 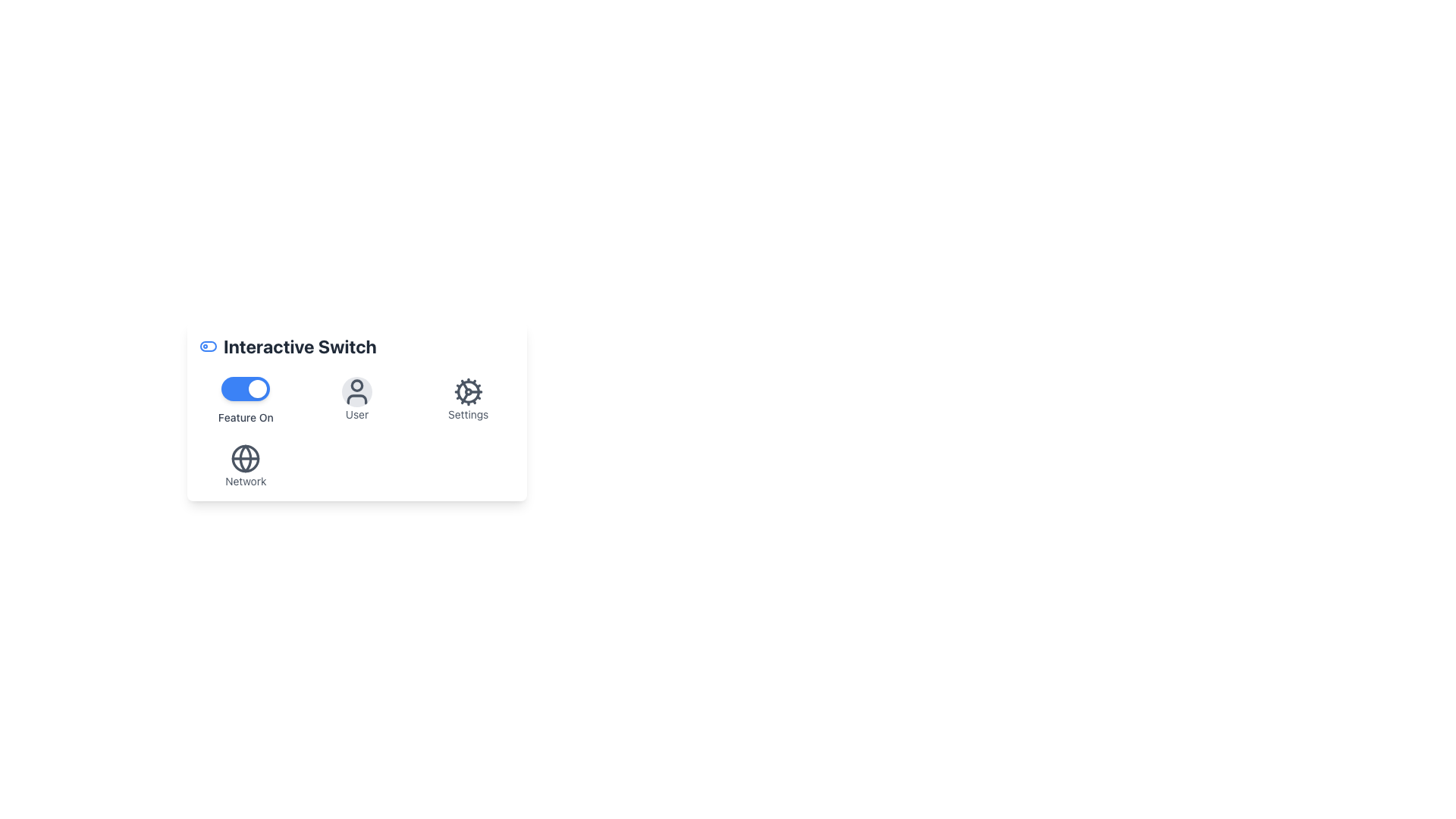 I want to click on the settings graphical icon component located in the top-right section of the card below the 'Interactive Switch' title and to the right of the 'User' profile icon, so click(x=467, y=391).